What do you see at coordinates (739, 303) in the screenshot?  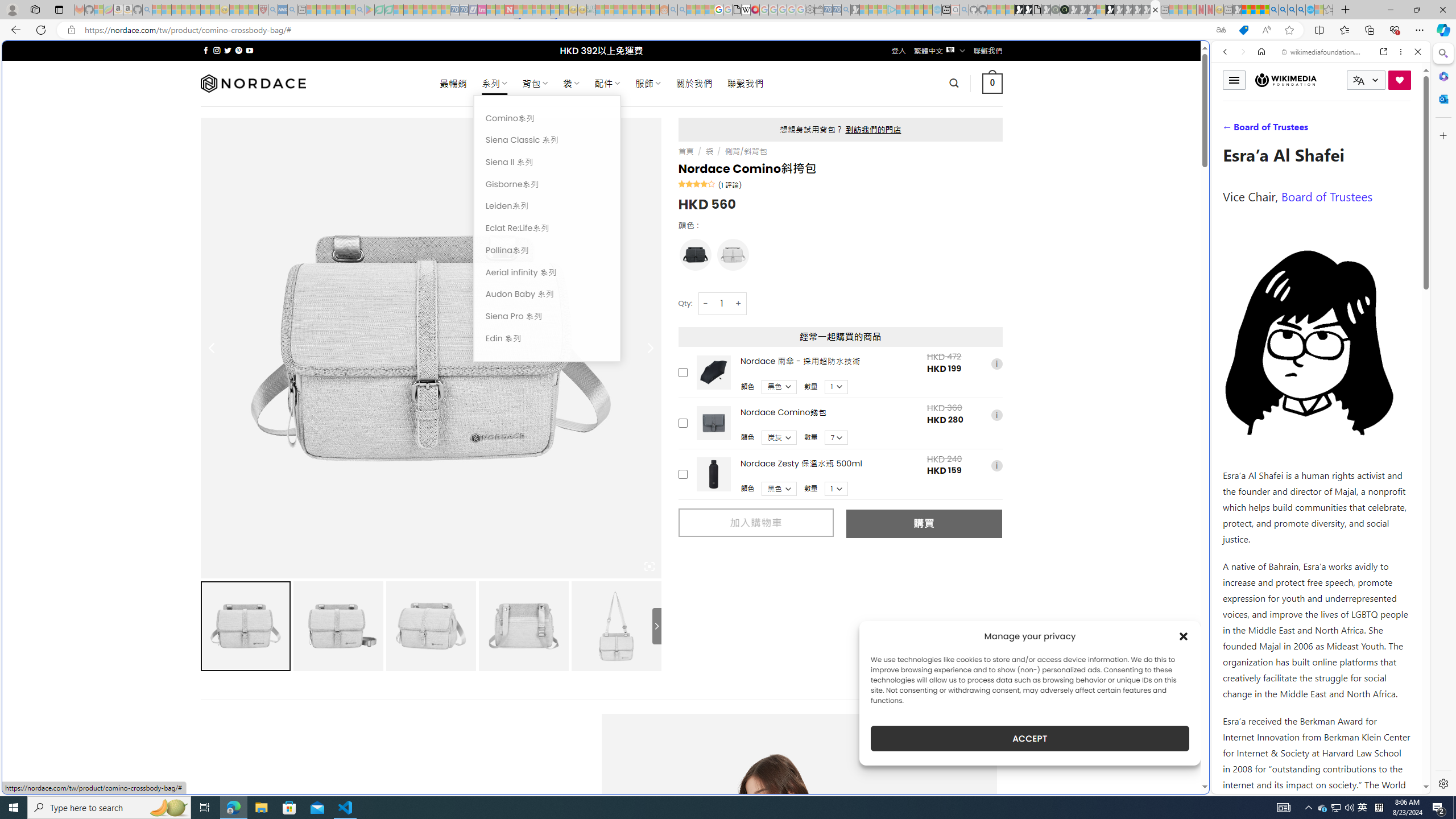 I see `'+'` at bounding box center [739, 303].